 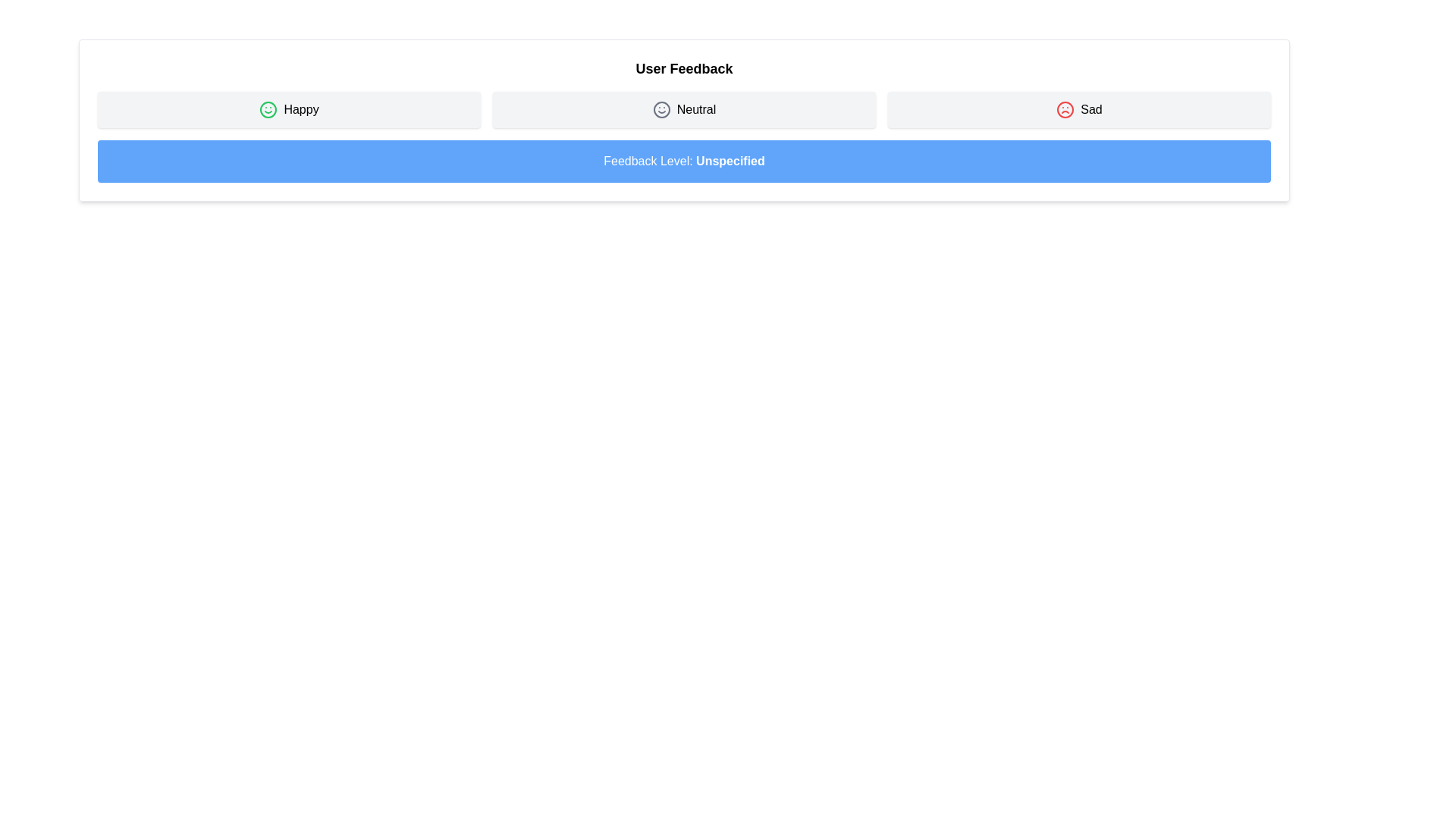 I want to click on the 'Happy' text label that represents the positive sentiment option in the sentiment feedback system, so click(x=301, y=109).